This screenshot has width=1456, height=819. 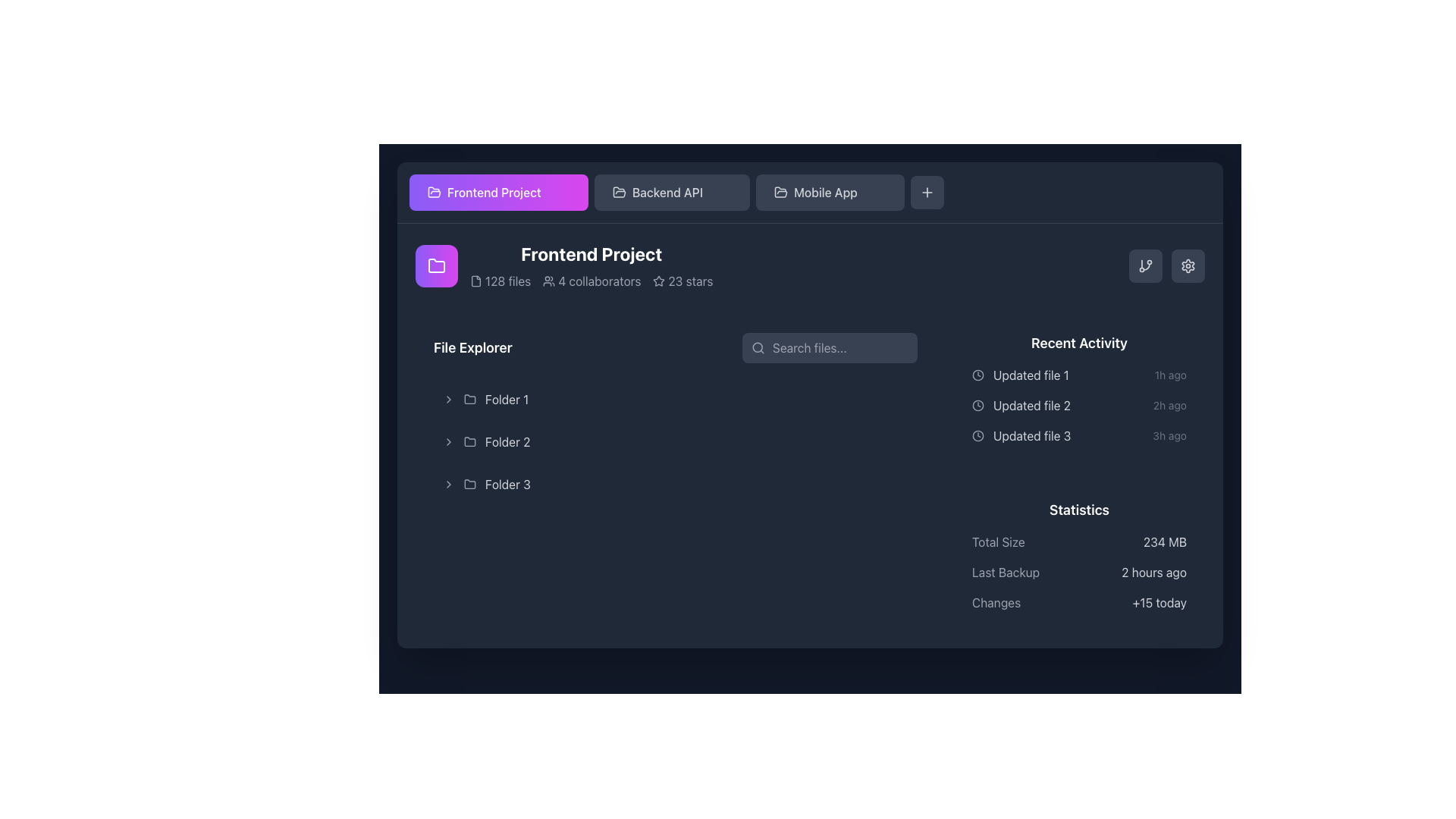 I want to click on the folder icon, so click(x=469, y=485).